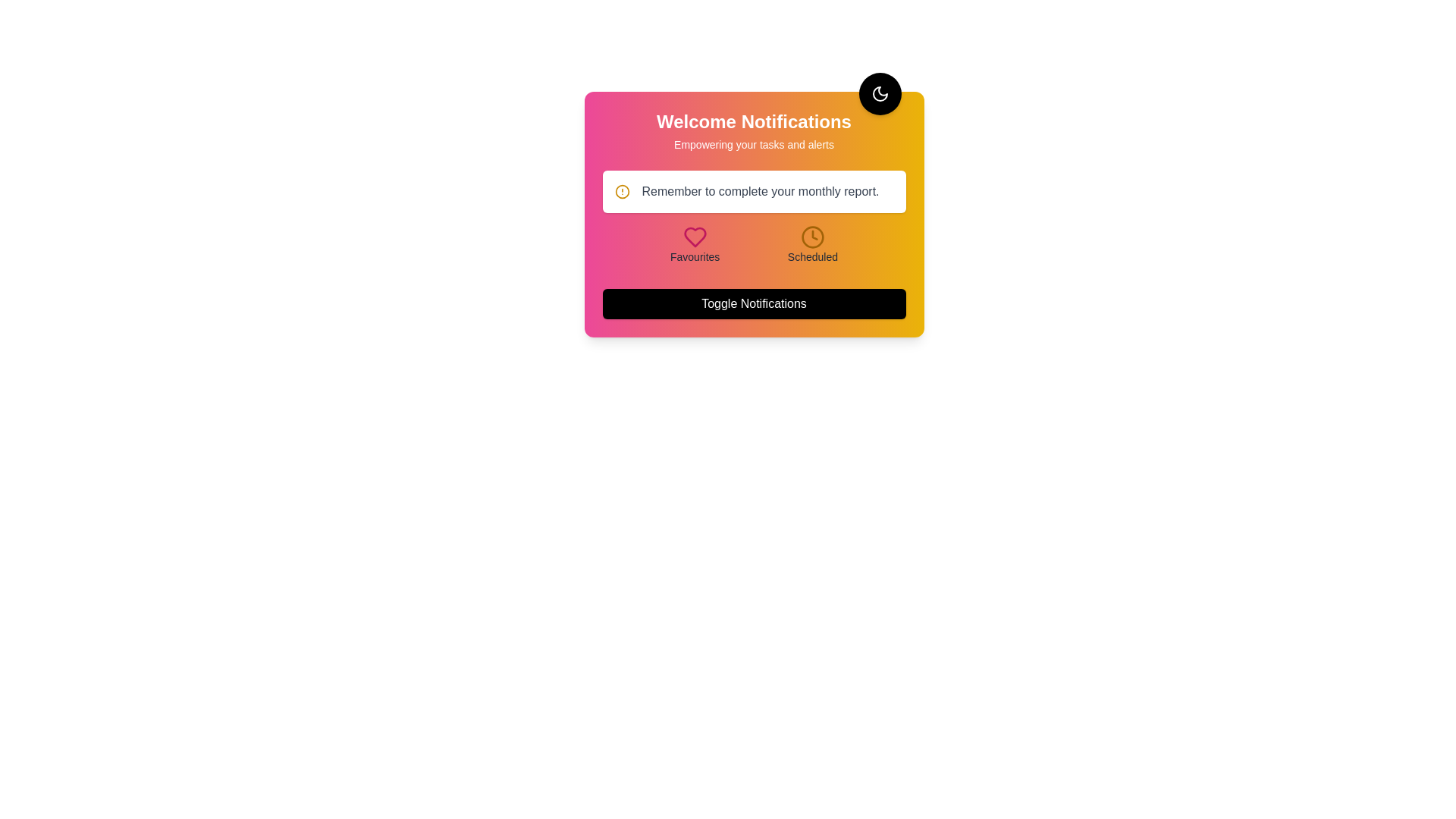  What do you see at coordinates (811, 237) in the screenshot?
I see `the clock icon located in the bottom-right segment of the card, directly above the 'Scheduled' label` at bounding box center [811, 237].